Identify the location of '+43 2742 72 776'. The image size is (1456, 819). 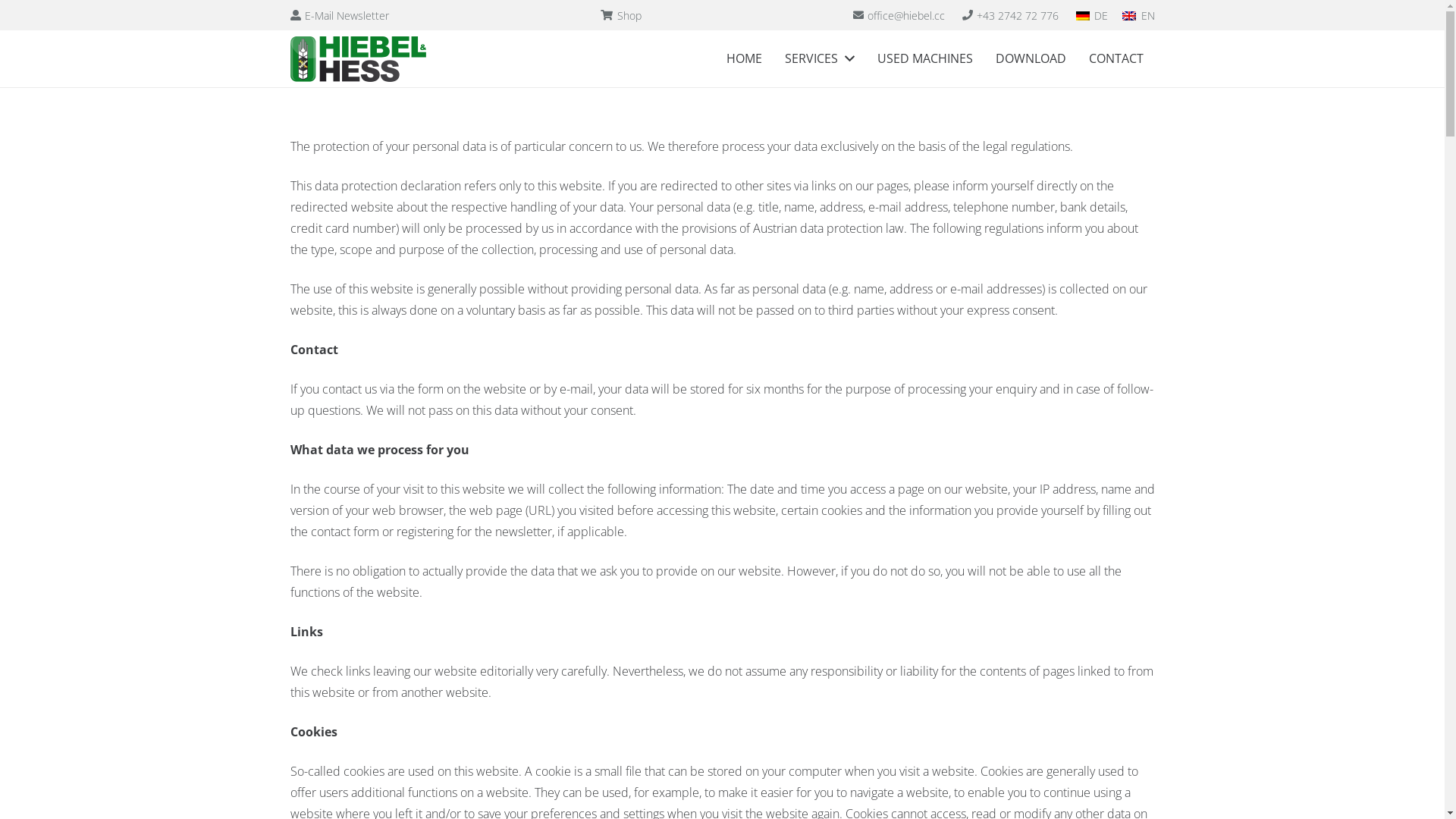
(961, 14).